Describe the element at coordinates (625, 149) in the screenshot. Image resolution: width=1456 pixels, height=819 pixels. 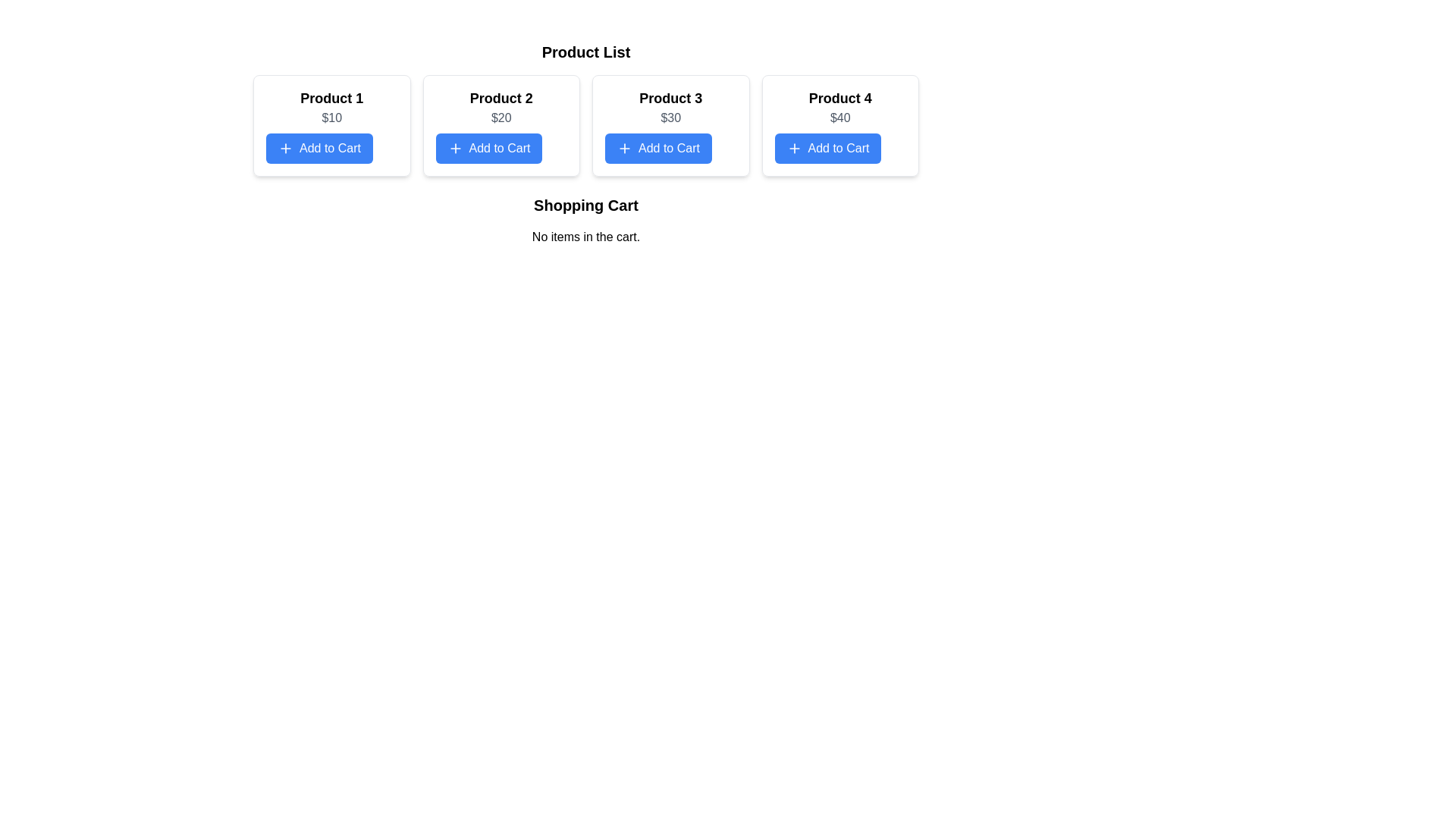
I see `the 'Add to Cart' button for 'Product 3', which features a prominent plus icon on the left side, to receive additional visual feedback` at that location.